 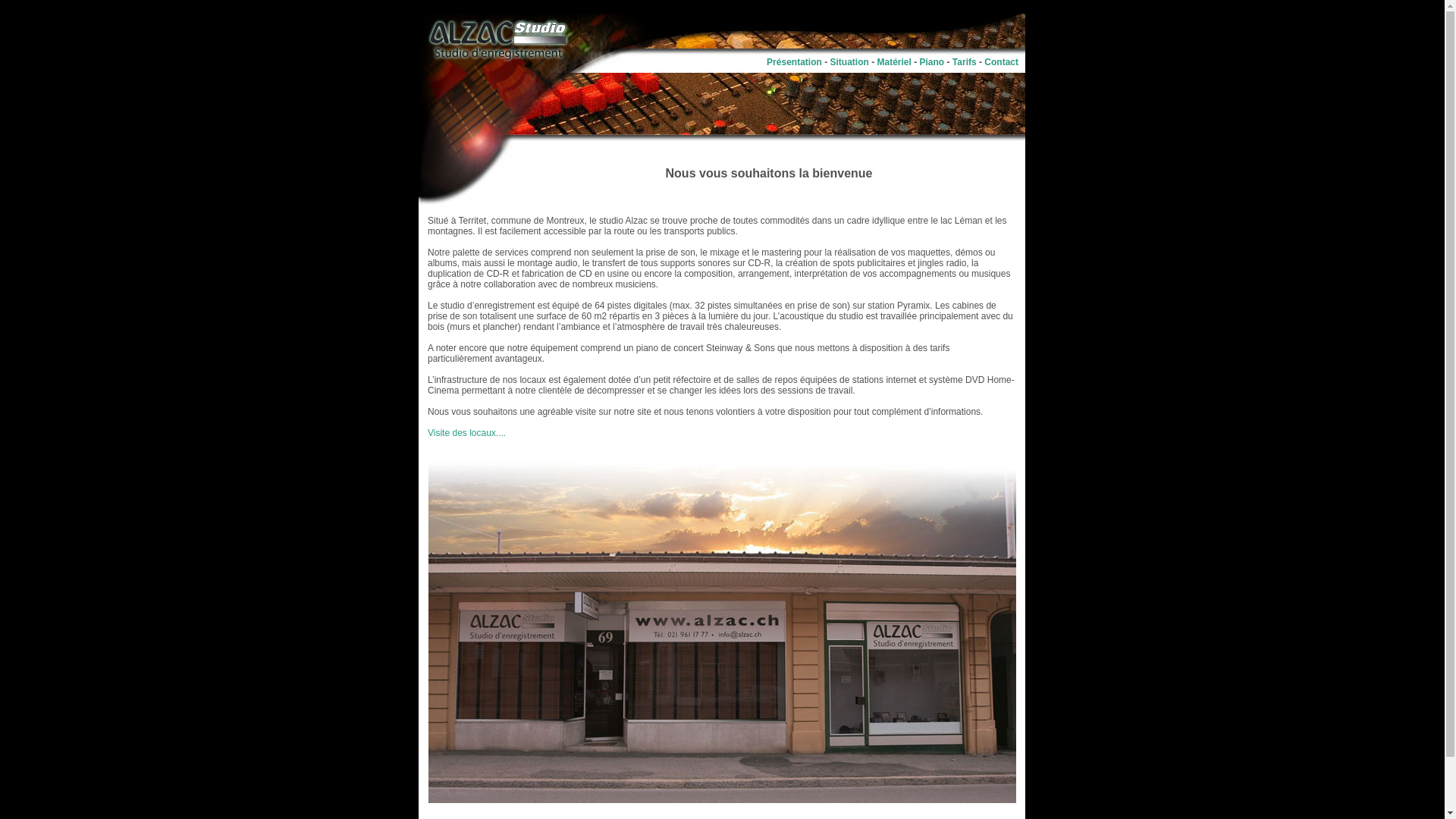 What do you see at coordinates (466, 432) in the screenshot?
I see `'Visite des locaux....'` at bounding box center [466, 432].